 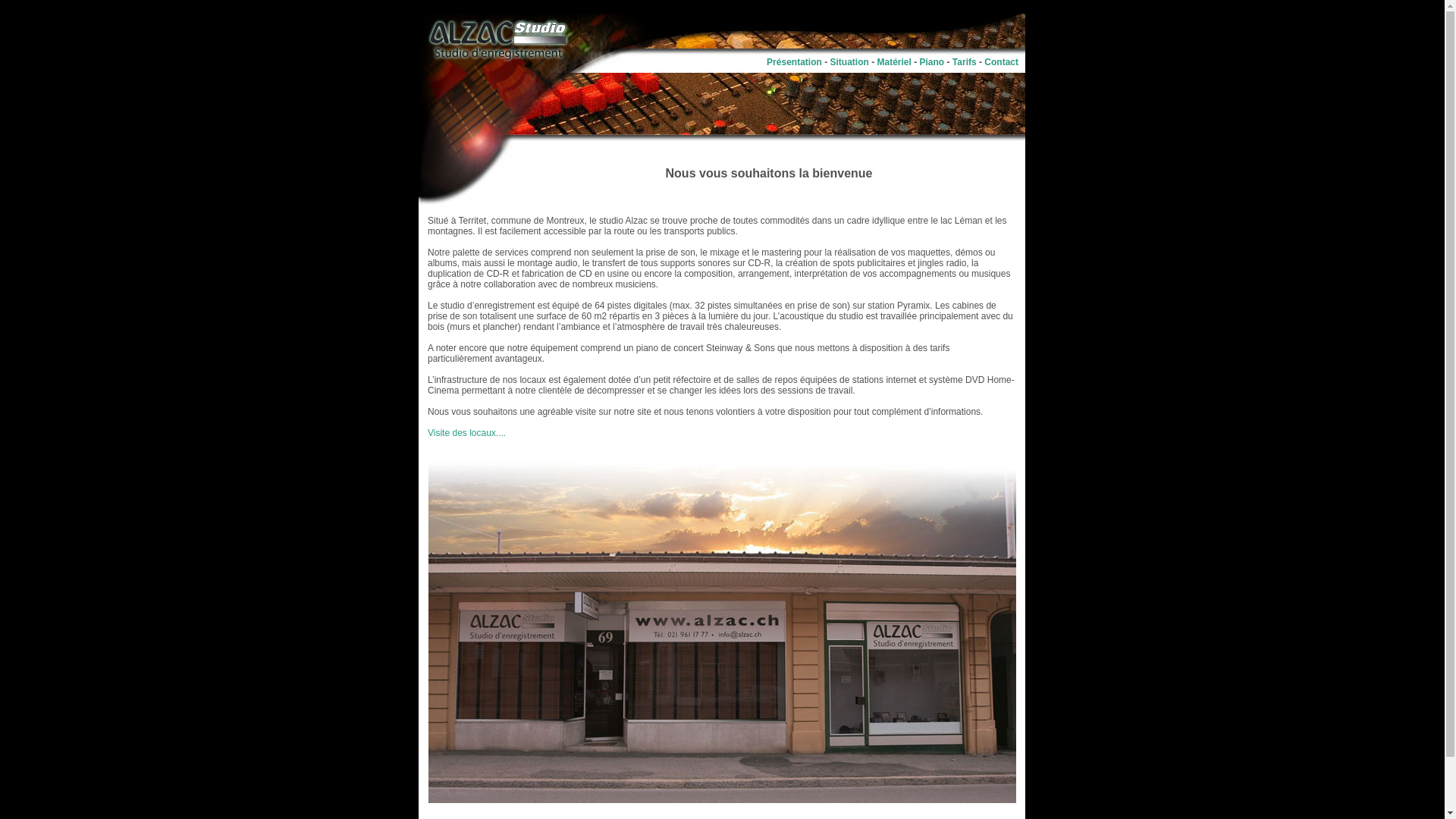 What do you see at coordinates (466, 432) in the screenshot?
I see `'Visite des locaux....'` at bounding box center [466, 432].